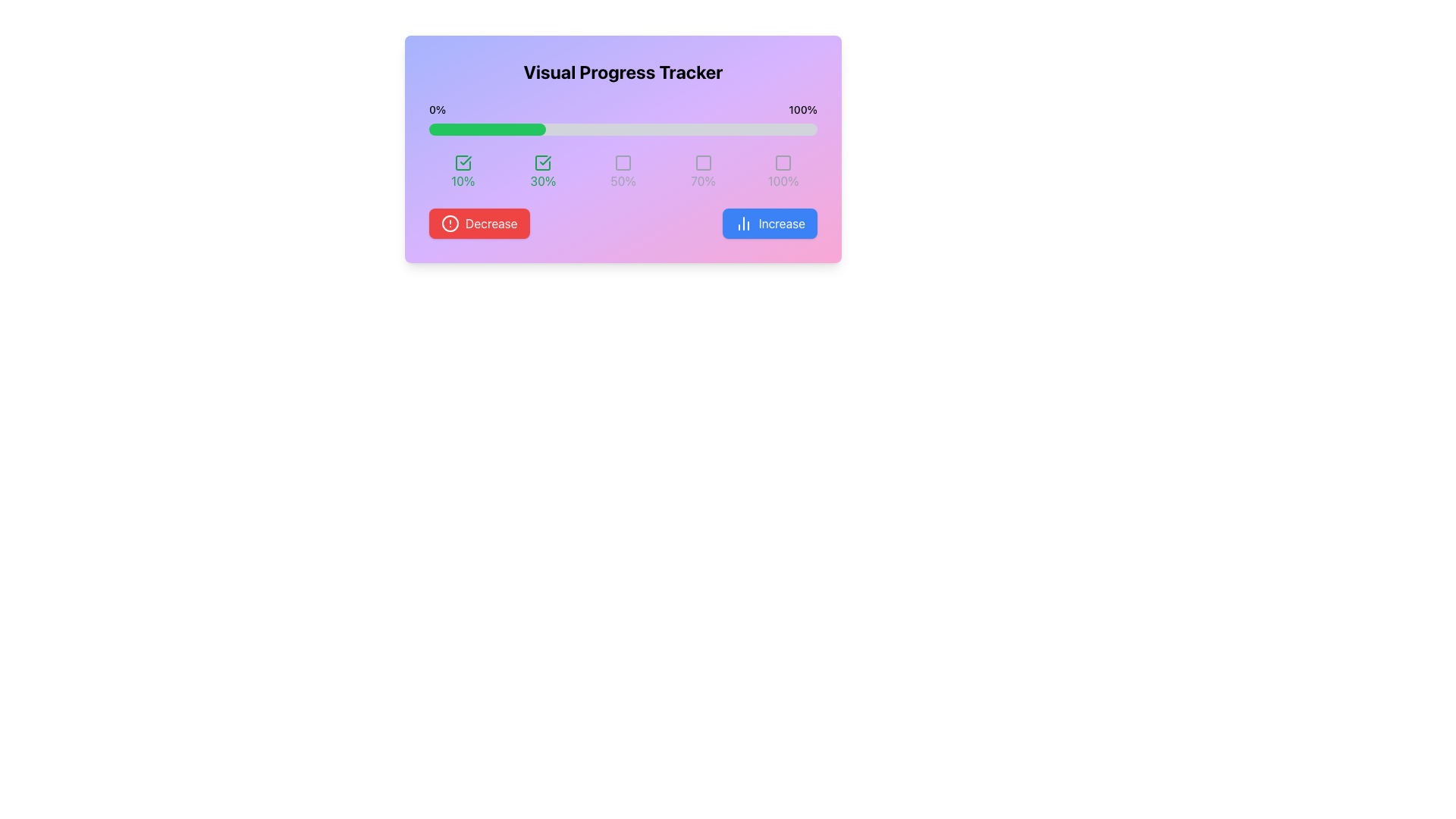 This screenshot has width=1456, height=819. Describe the element at coordinates (702, 163) in the screenshot. I see `the square-shaped progress marker that indicates the 70% progress level` at that location.